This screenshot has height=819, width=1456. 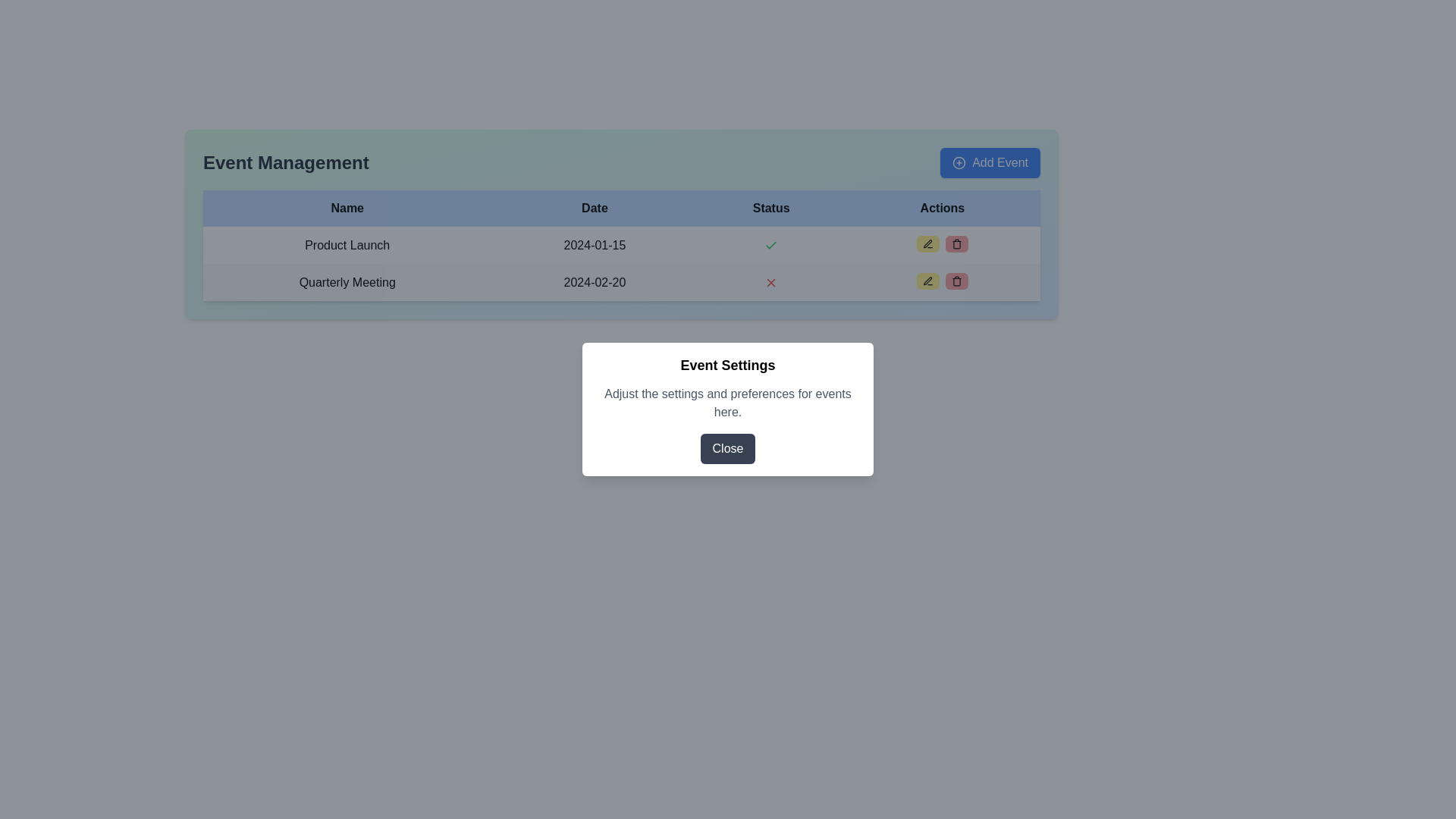 What do you see at coordinates (771, 283) in the screenshot?
I see `the red 'X' icon in the 'Status' column of the second row under 'Event Management', which indicates a negative status` at bounding box center [771, 283].